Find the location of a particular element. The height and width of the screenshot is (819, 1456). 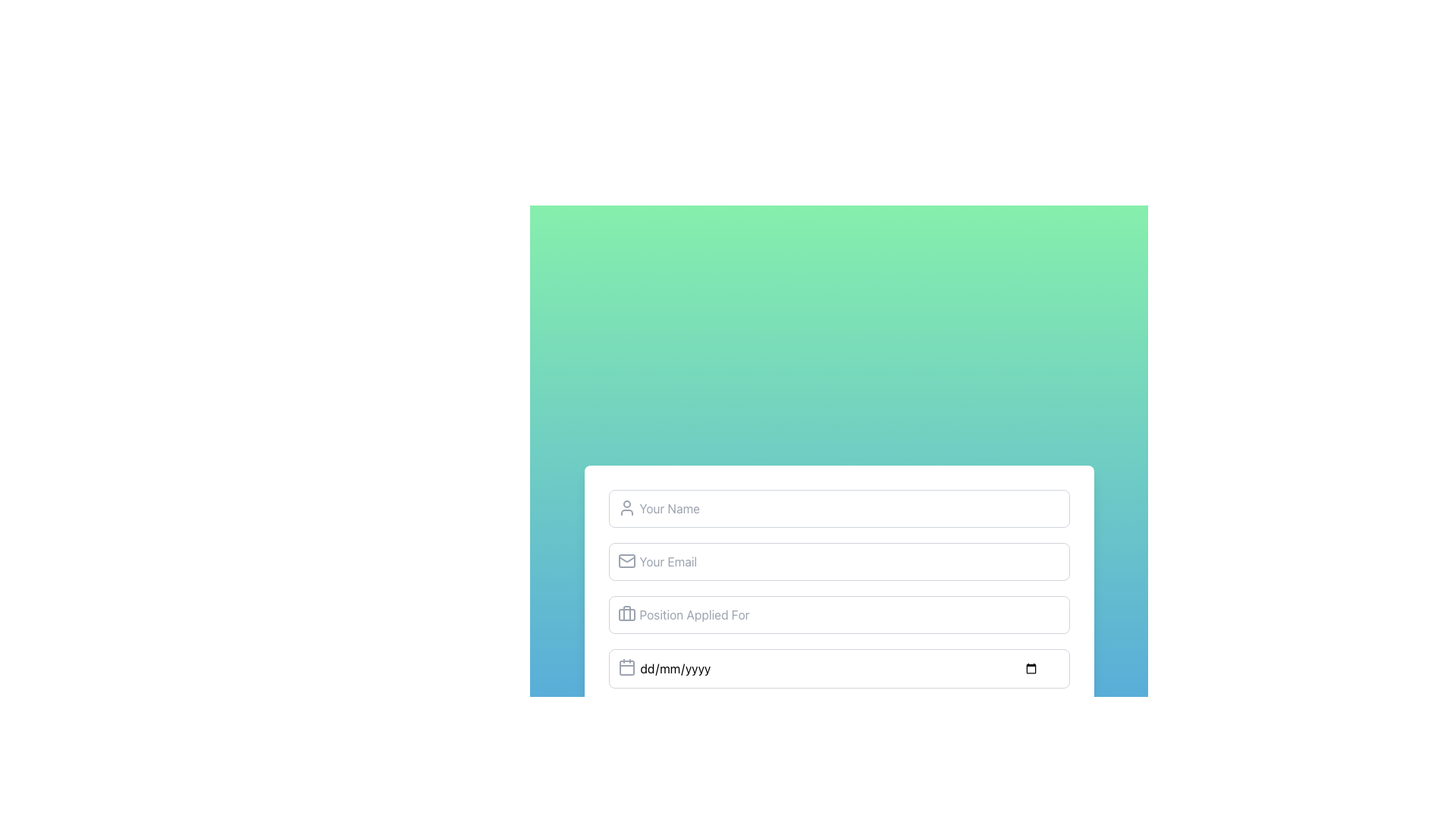

the Icon component within the SVG that is located next to the 'Position Applied For' input field in the vertical form interface is located at coordinates (626, 614).